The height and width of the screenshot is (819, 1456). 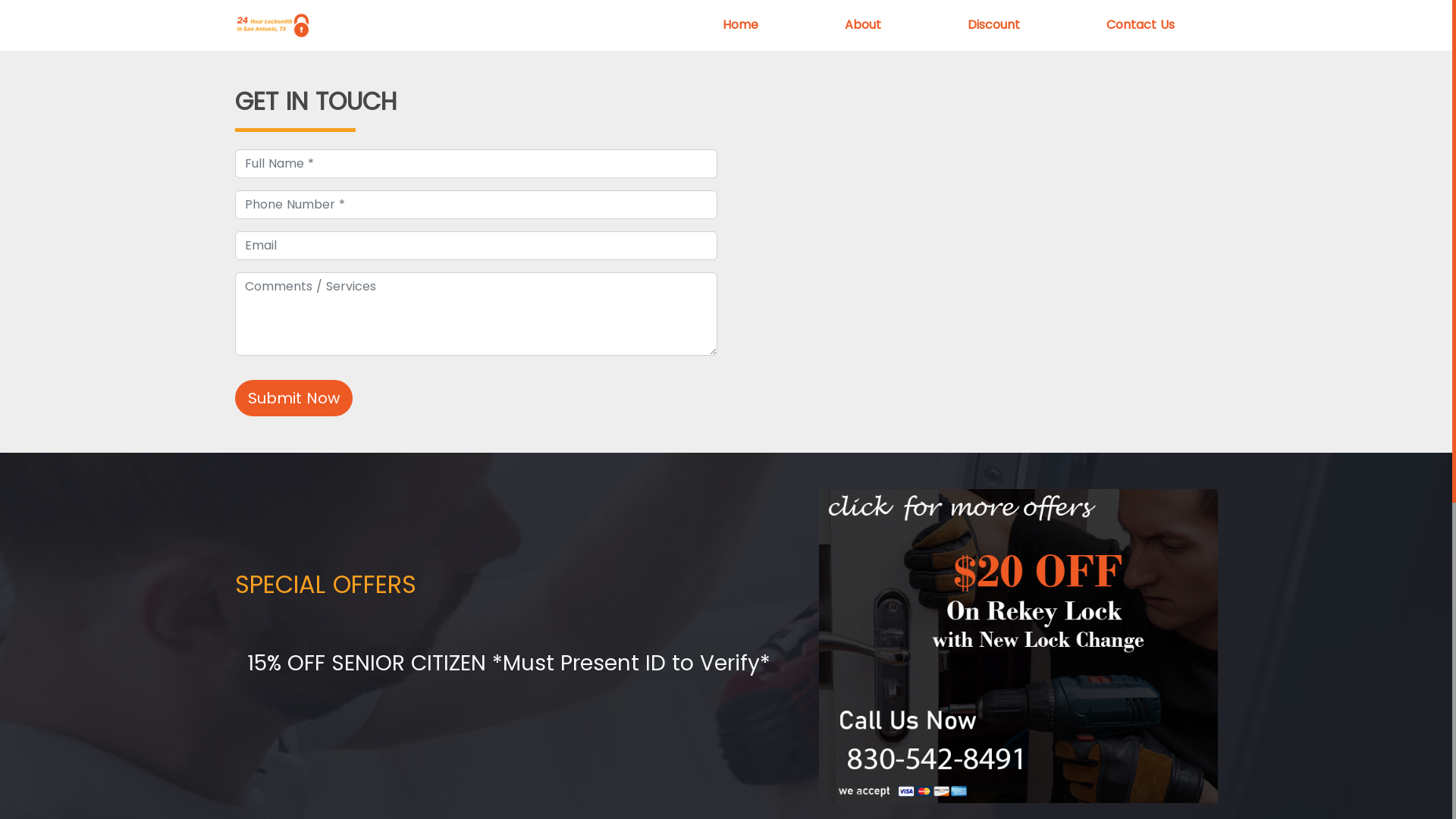 What do you see at coordinates (293, 397) in the screenshot?
I see `'Submit Now'` at bounding box center [293, 397].